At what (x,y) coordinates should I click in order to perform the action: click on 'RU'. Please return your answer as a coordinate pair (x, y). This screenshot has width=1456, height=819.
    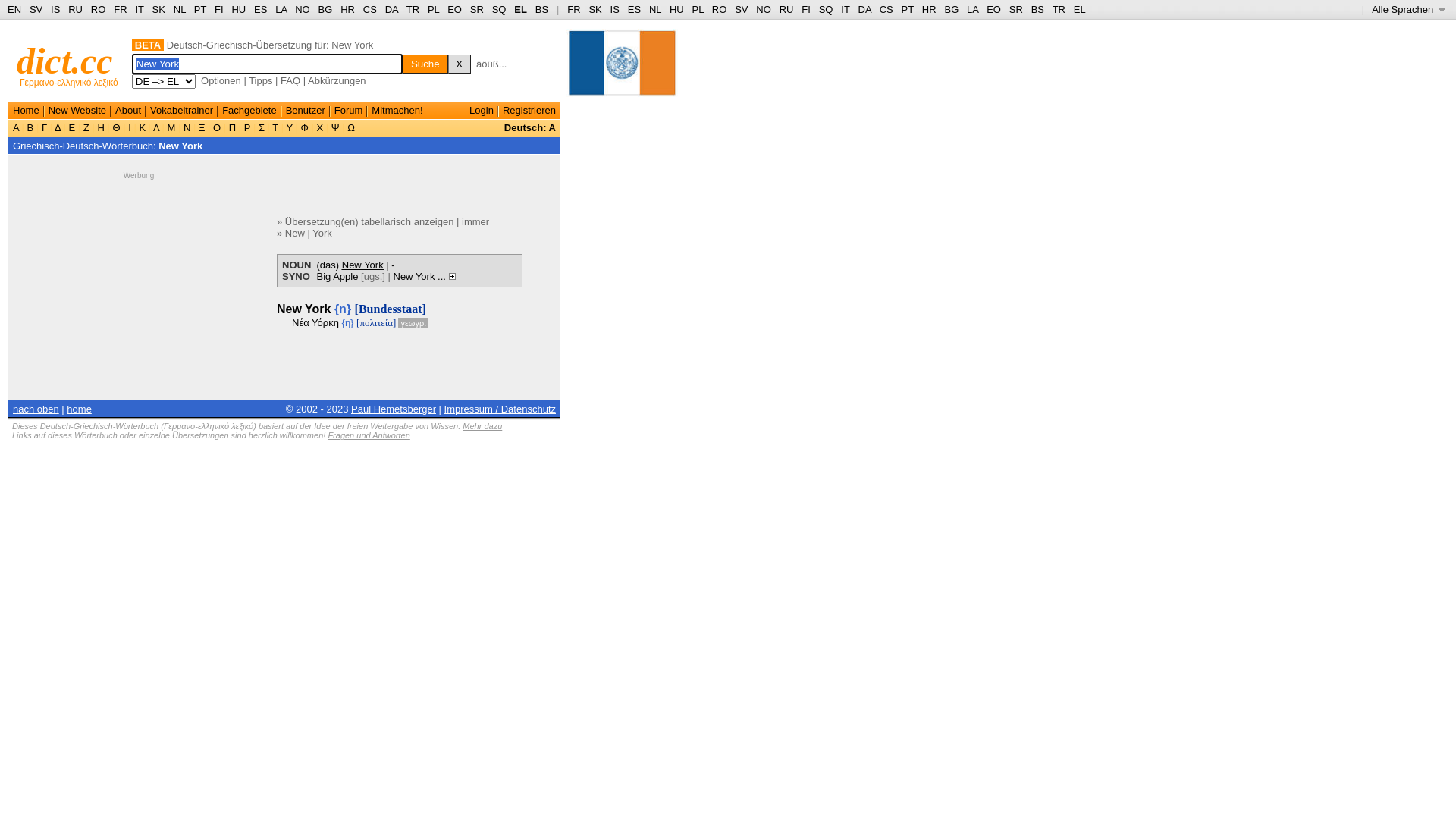
    Looking at the image, I should click on (74, 9).